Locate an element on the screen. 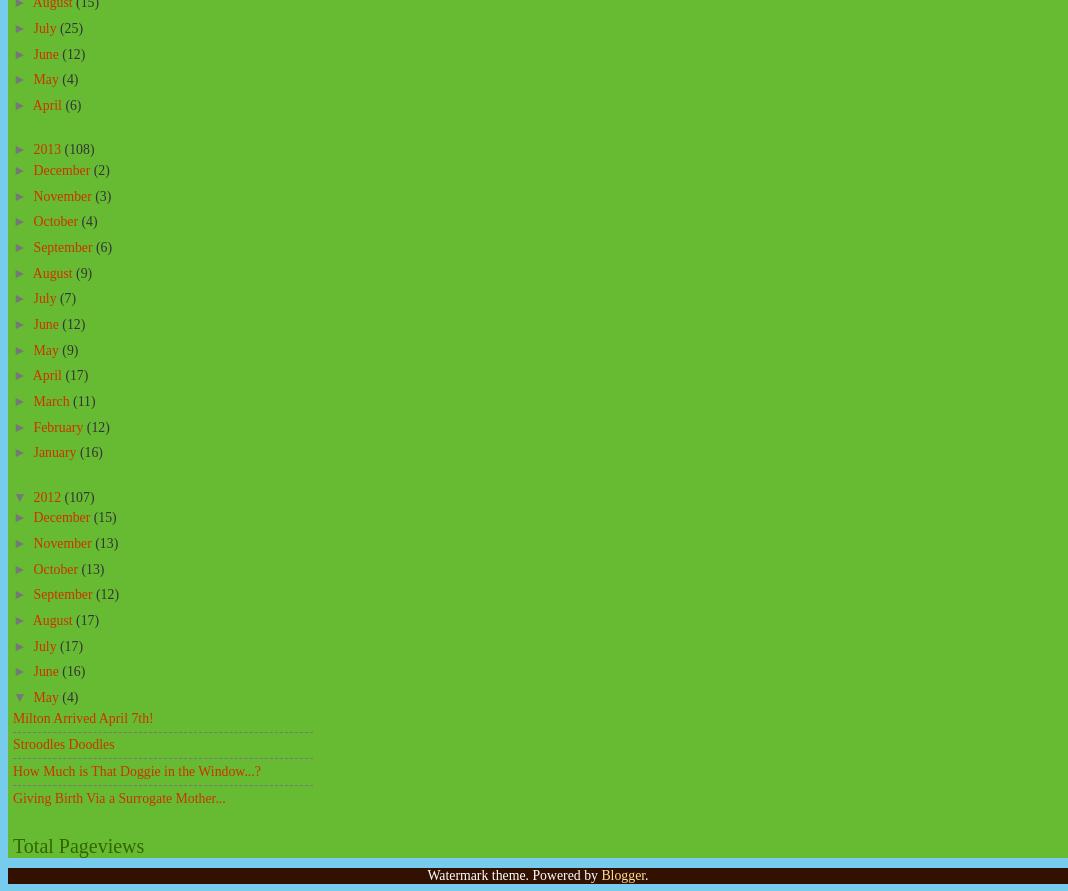 This screenshot has height=891, width=1068. '.' is located at coordinates (643, 874).